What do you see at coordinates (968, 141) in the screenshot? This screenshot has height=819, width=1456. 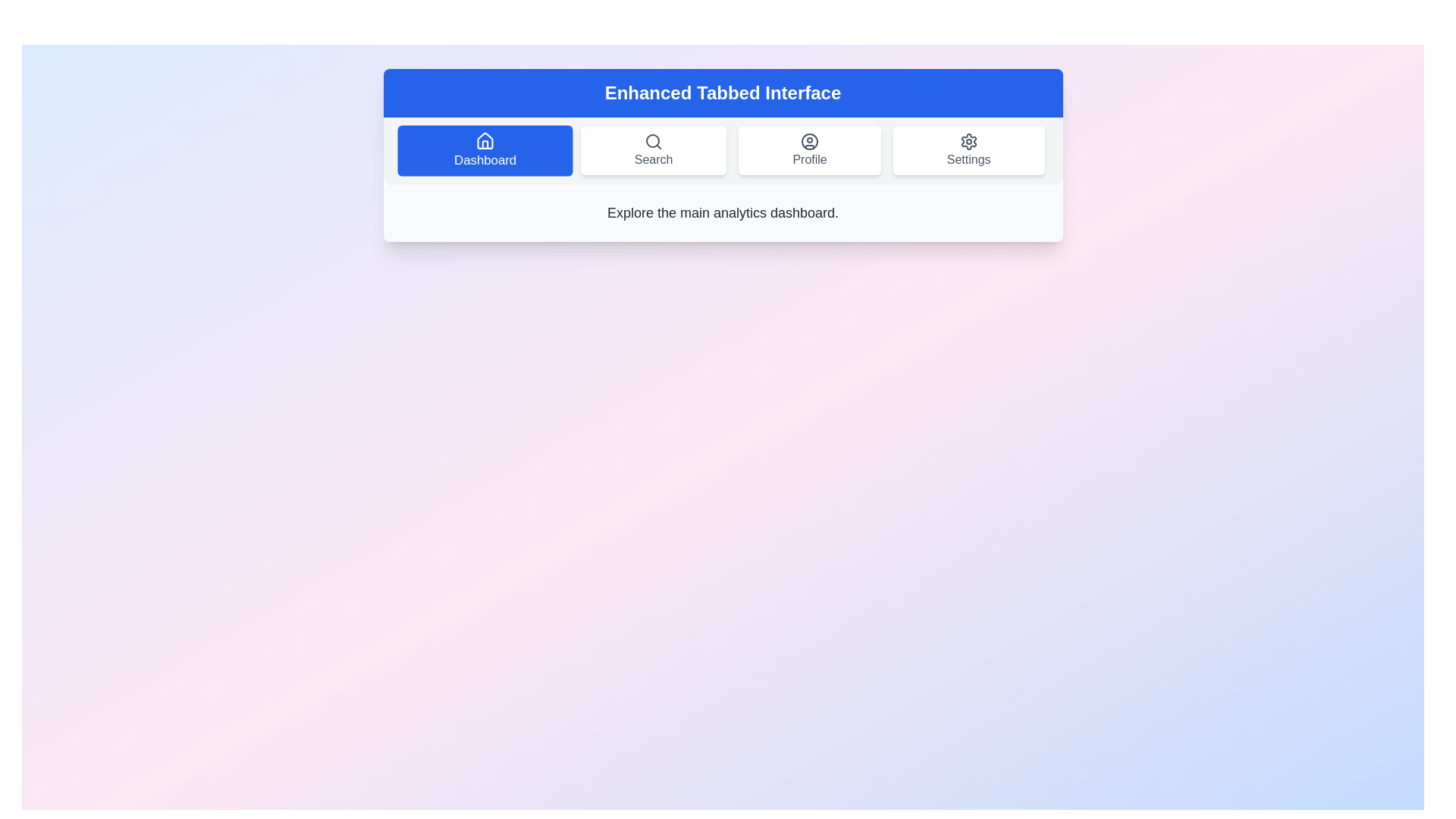 I see `the 'Settings' icon located in the navigation bar, which serves as a visual indicator for the 'Settings' menu` at bounding box center [968, 141].